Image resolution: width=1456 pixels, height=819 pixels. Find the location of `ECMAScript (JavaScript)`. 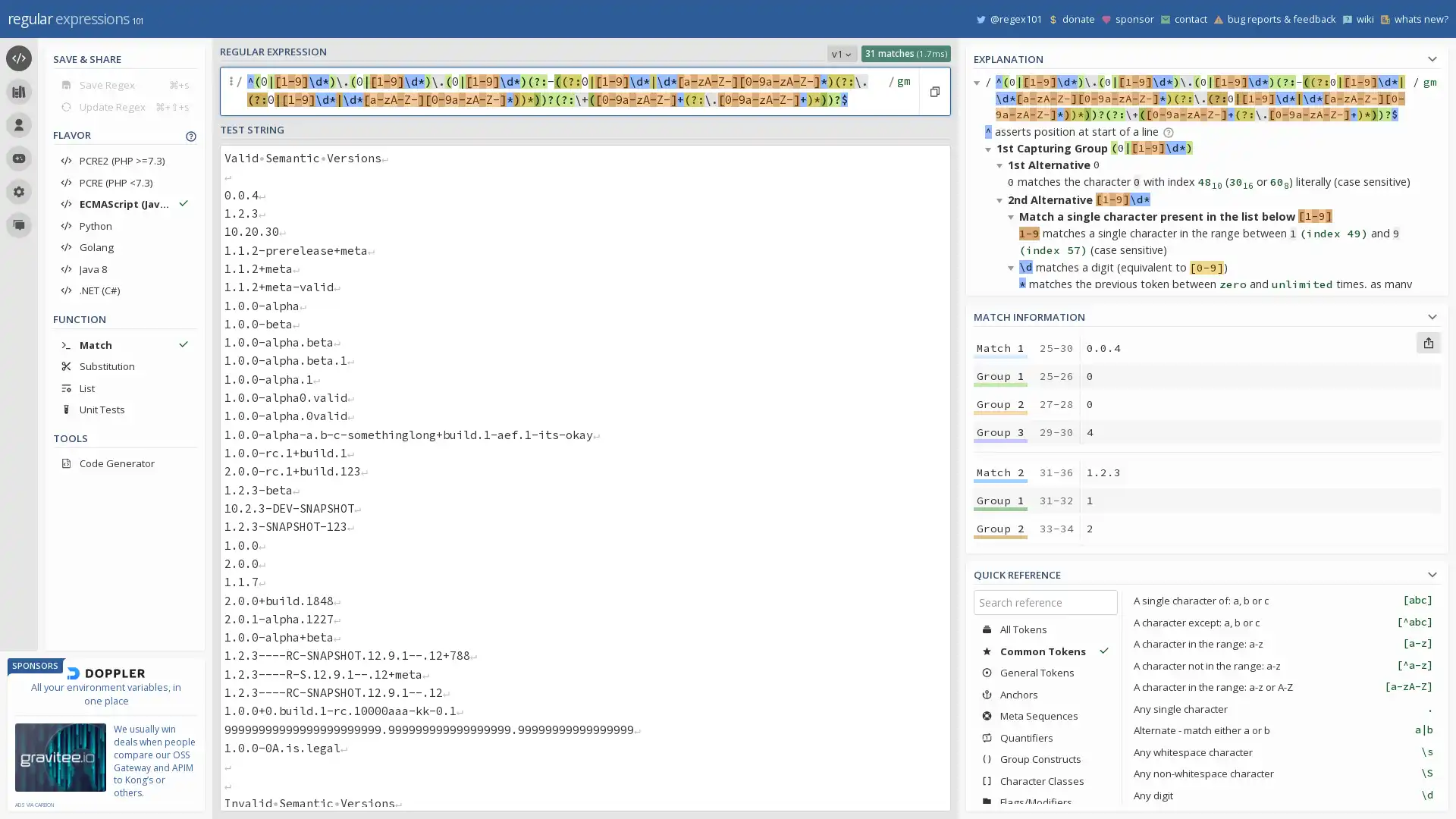

ECMAScript (JavaScript) is located at coordinates (124, 203).